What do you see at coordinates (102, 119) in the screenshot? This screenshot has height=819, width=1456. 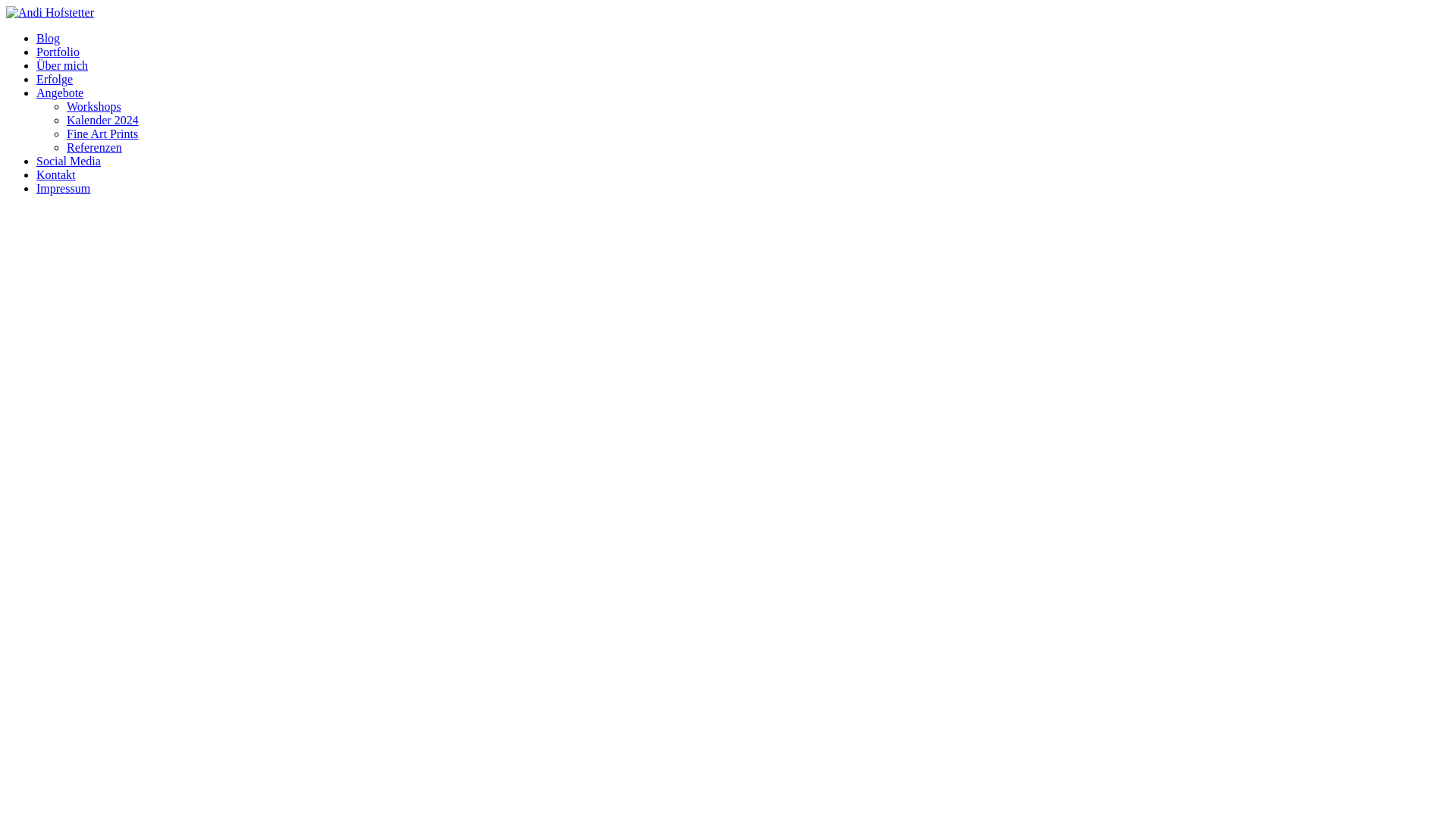 I see `'Kalender 2024'` at bounding box center [102, 119].